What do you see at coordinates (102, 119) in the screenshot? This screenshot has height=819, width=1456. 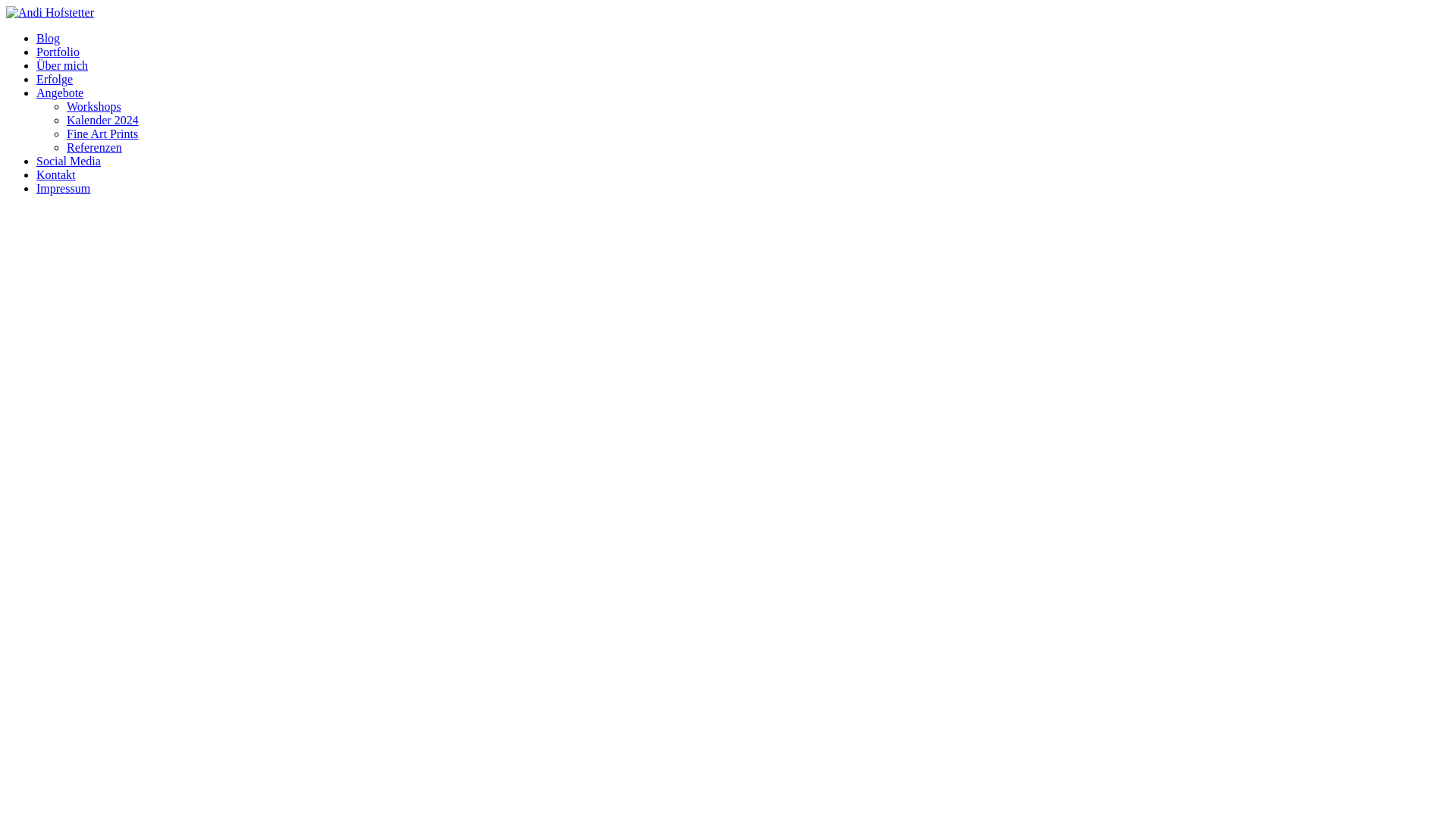 I see `'Kalender 2024'` at bounding box center [102, 119].